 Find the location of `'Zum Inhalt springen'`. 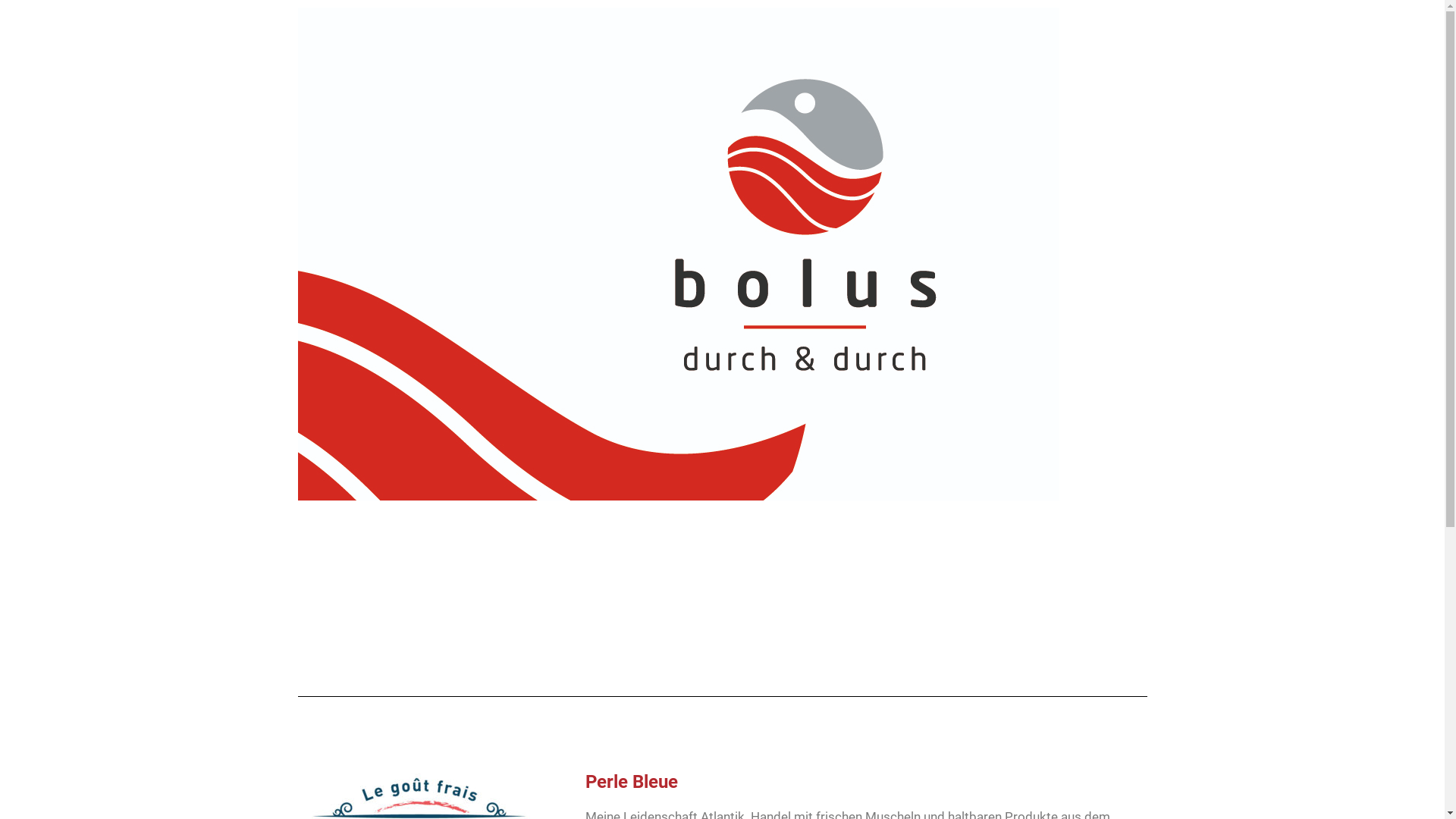

'Zum Inhalt springen' is located at coordinates (11, 32).